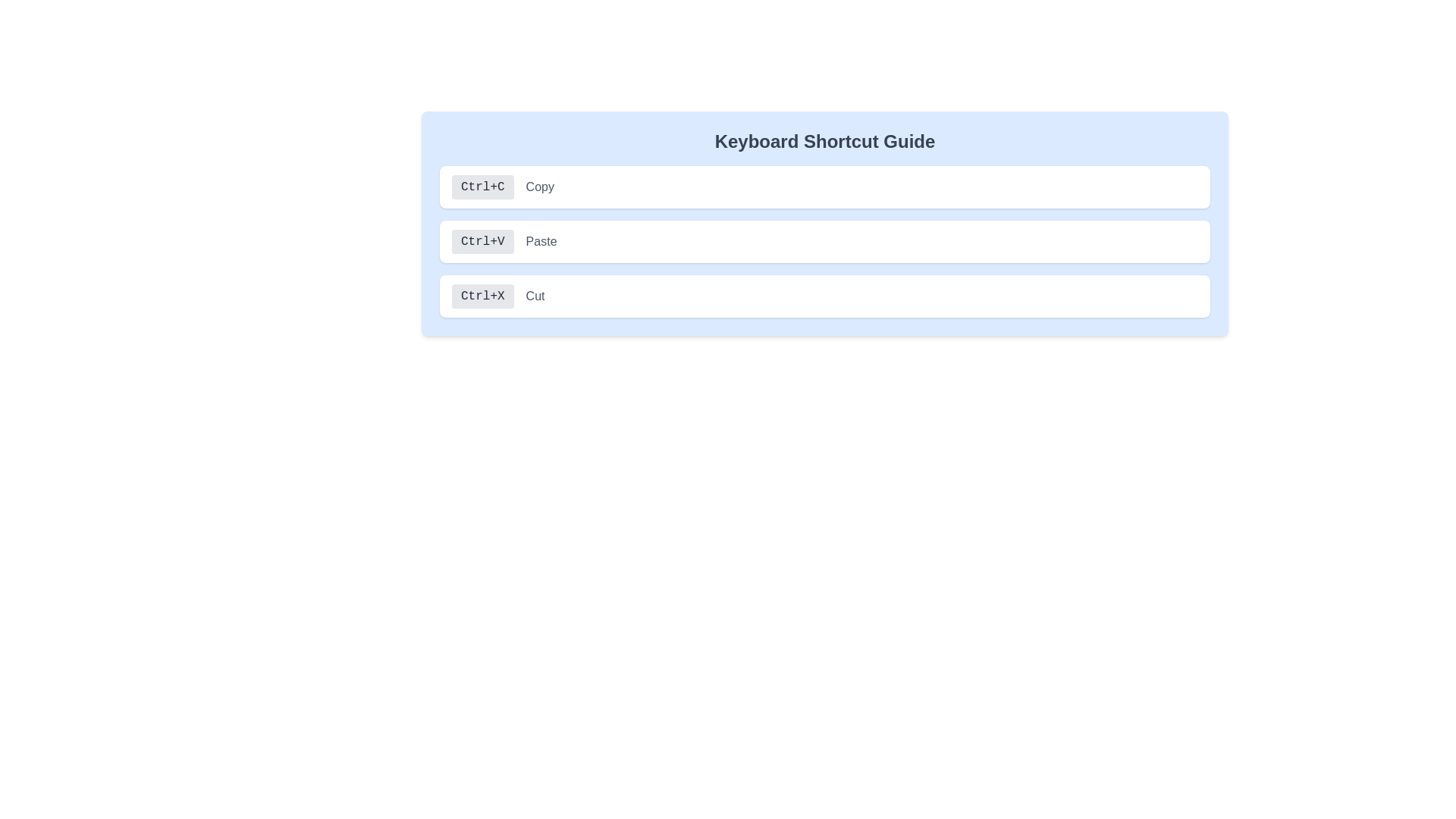 The height and width of the screenshot is (819, 1456). What do you see at coordinates (535, 296) in the screenshot?
I see `the text snippet displaying 'Cut' with gray color located to the right of 'Ctrl+X' in the 'Keyboard Shortcut Guide' panel` at bounding box center [535, 296].